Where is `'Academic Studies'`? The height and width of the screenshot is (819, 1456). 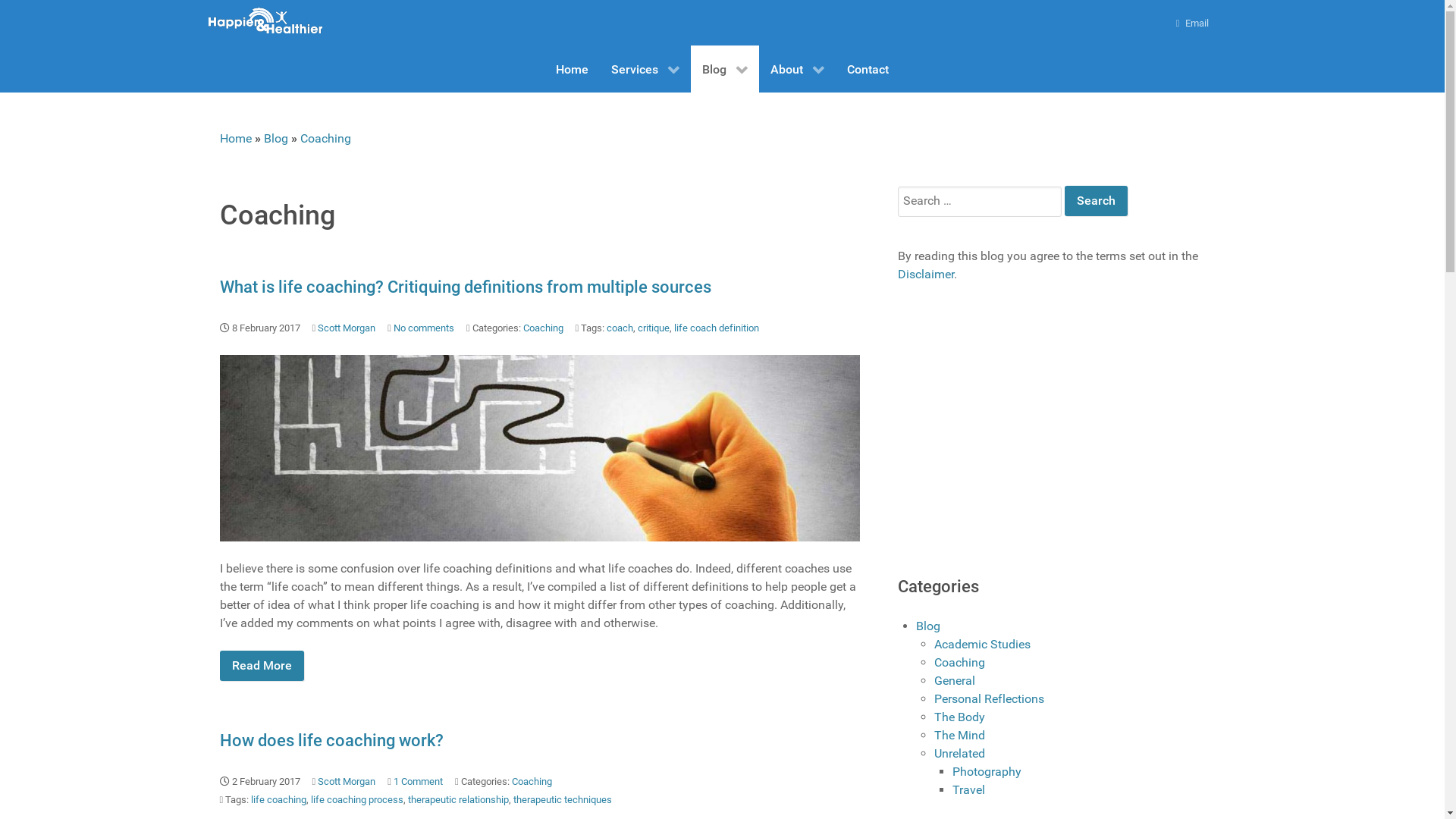
'Academic Studies' is located at coordinates (982, 644).